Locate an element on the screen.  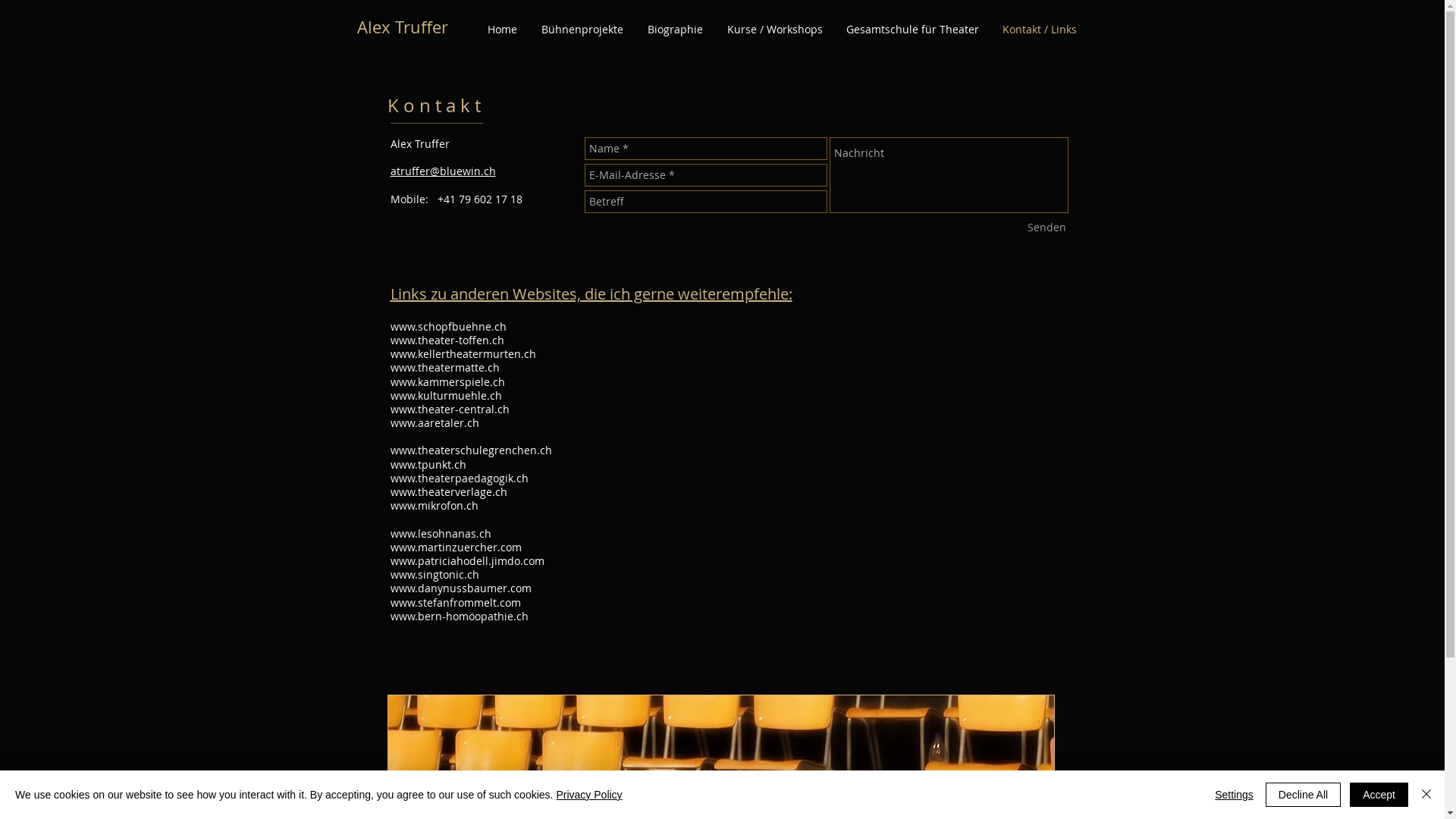
'Kontakt / Links' is located at coordinates (1038, 29).